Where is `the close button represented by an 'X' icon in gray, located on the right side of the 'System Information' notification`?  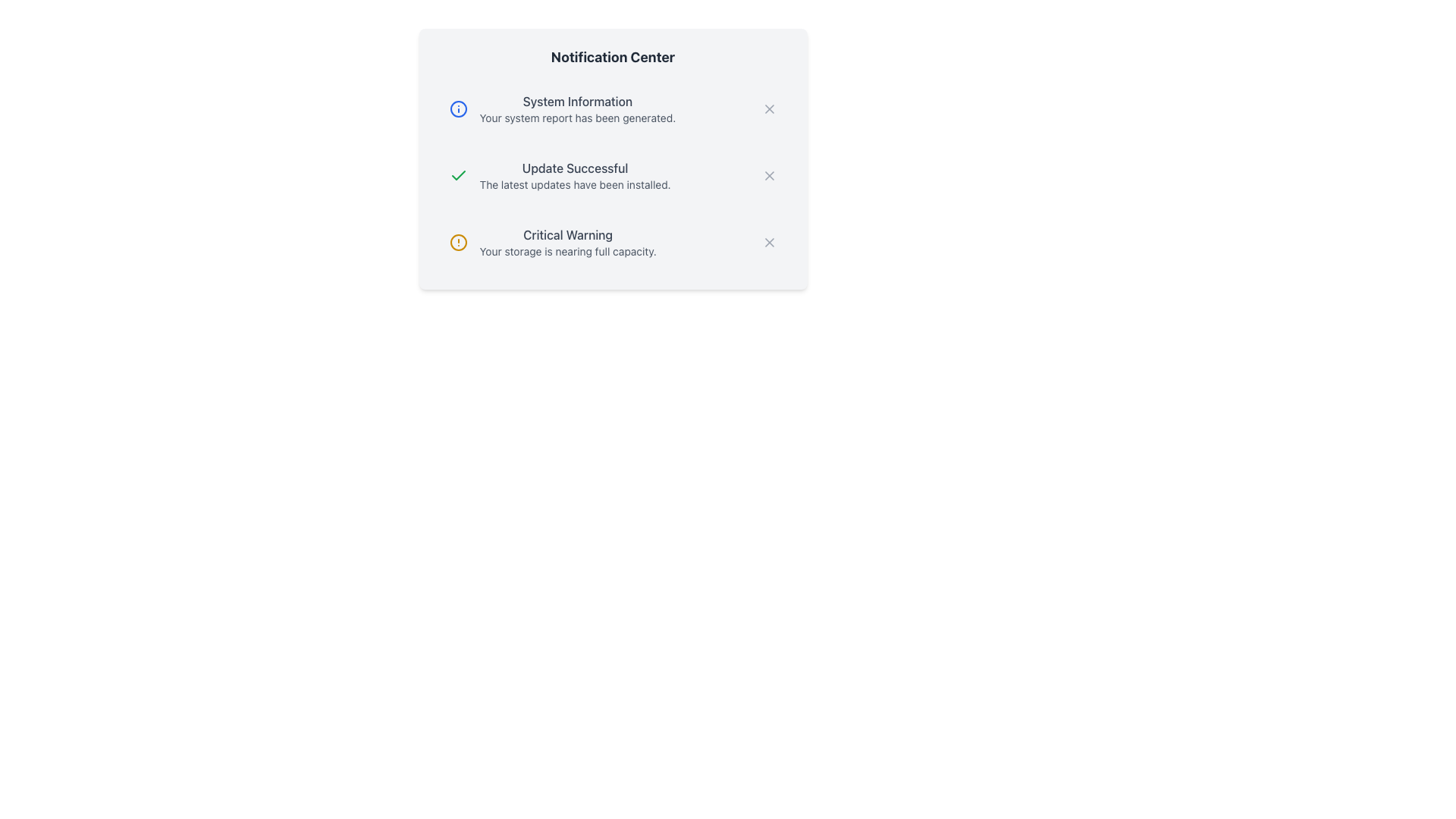 the close button represented by an 'X' icon in gray, located on the right side of the 'System Information' notification is located at coordinates (769, 108).